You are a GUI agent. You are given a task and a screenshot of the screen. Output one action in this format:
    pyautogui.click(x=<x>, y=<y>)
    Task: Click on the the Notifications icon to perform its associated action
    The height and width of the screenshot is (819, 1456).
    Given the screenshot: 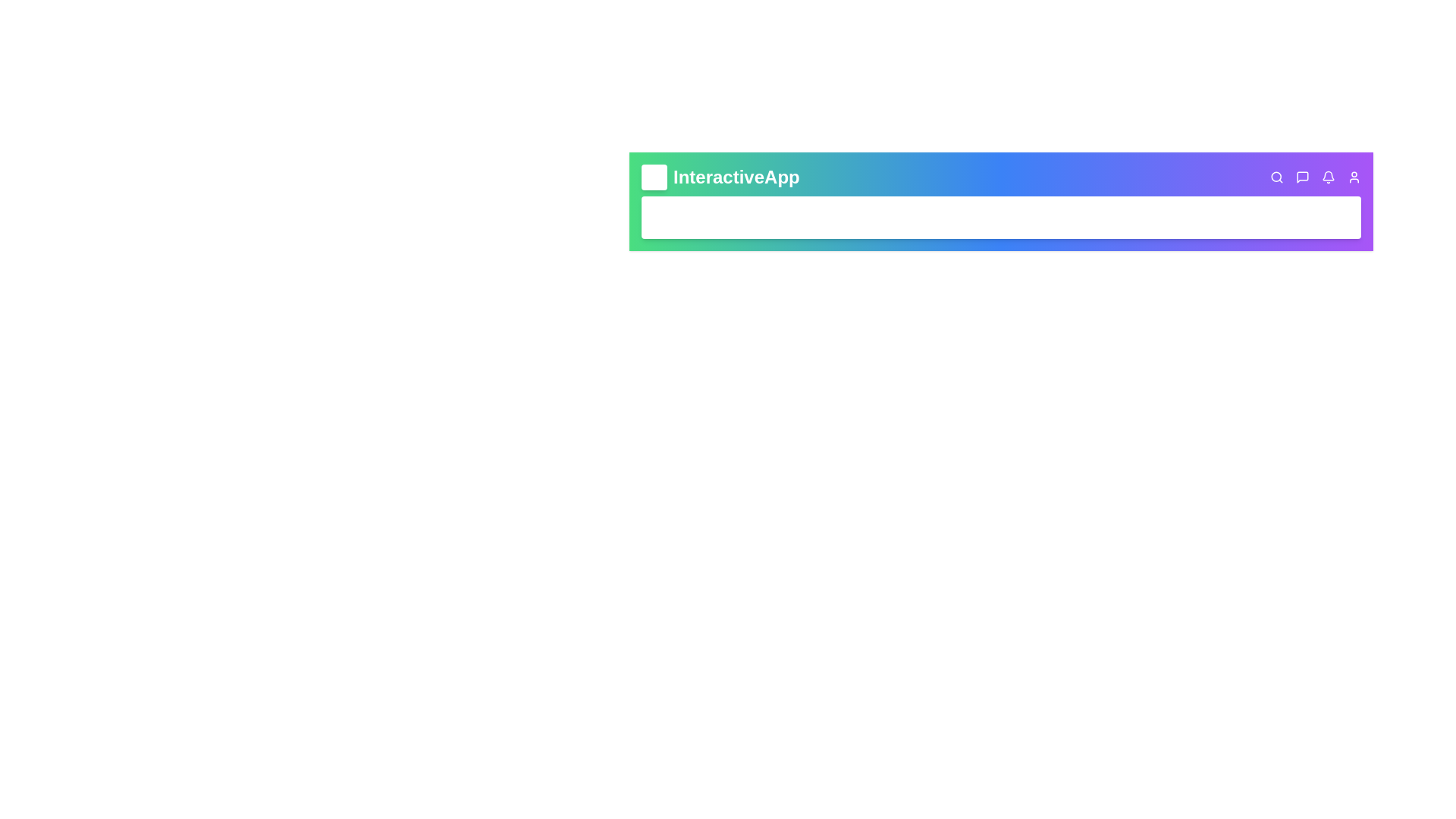 What is the action you would take?
    pyautogui.click(x=1328, y=177)
    